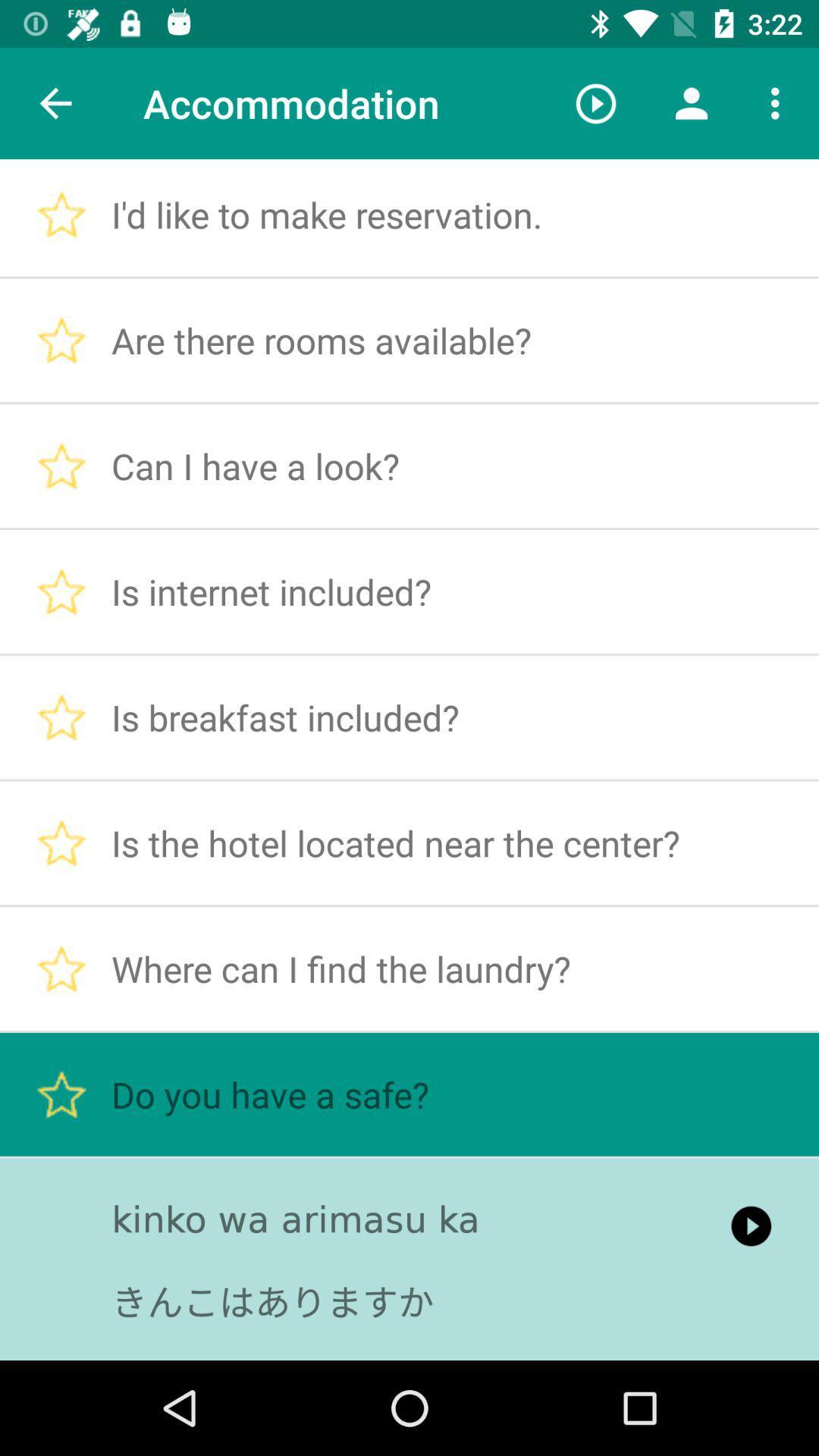  Describe the element at coordinates (691, 102) in the screenshot. I see `icon above the is the hotel` at that location.